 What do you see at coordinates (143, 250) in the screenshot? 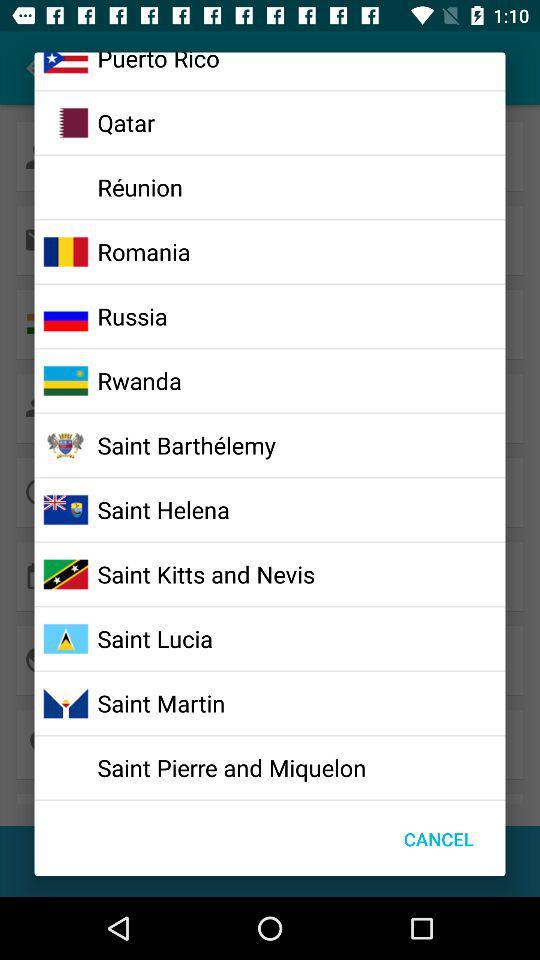
I see `the romania` at bounding box center [143, 250].